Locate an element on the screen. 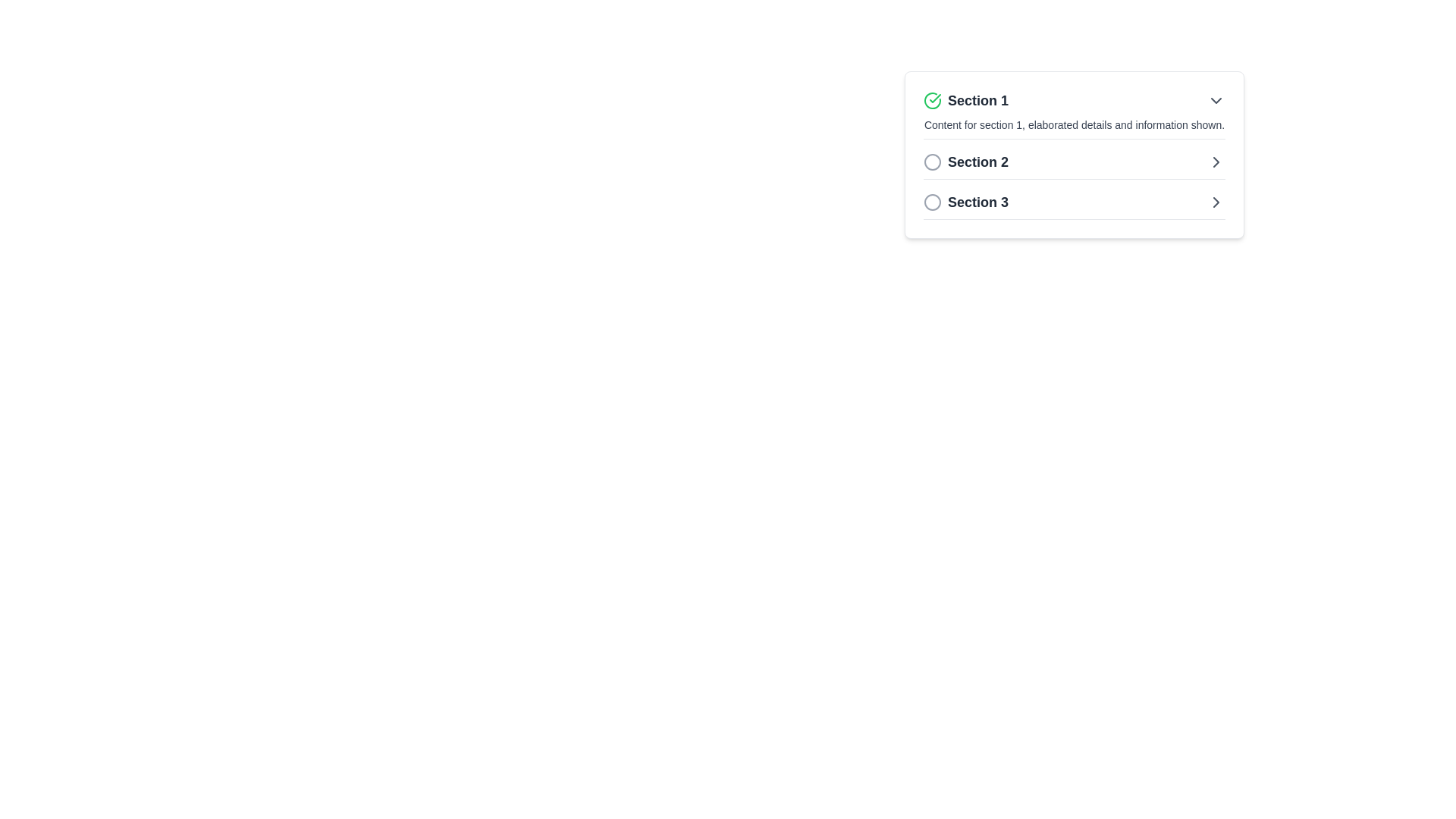  the button styled as a list item labeled 'Section 3' is located at coordinates (1073, 201).